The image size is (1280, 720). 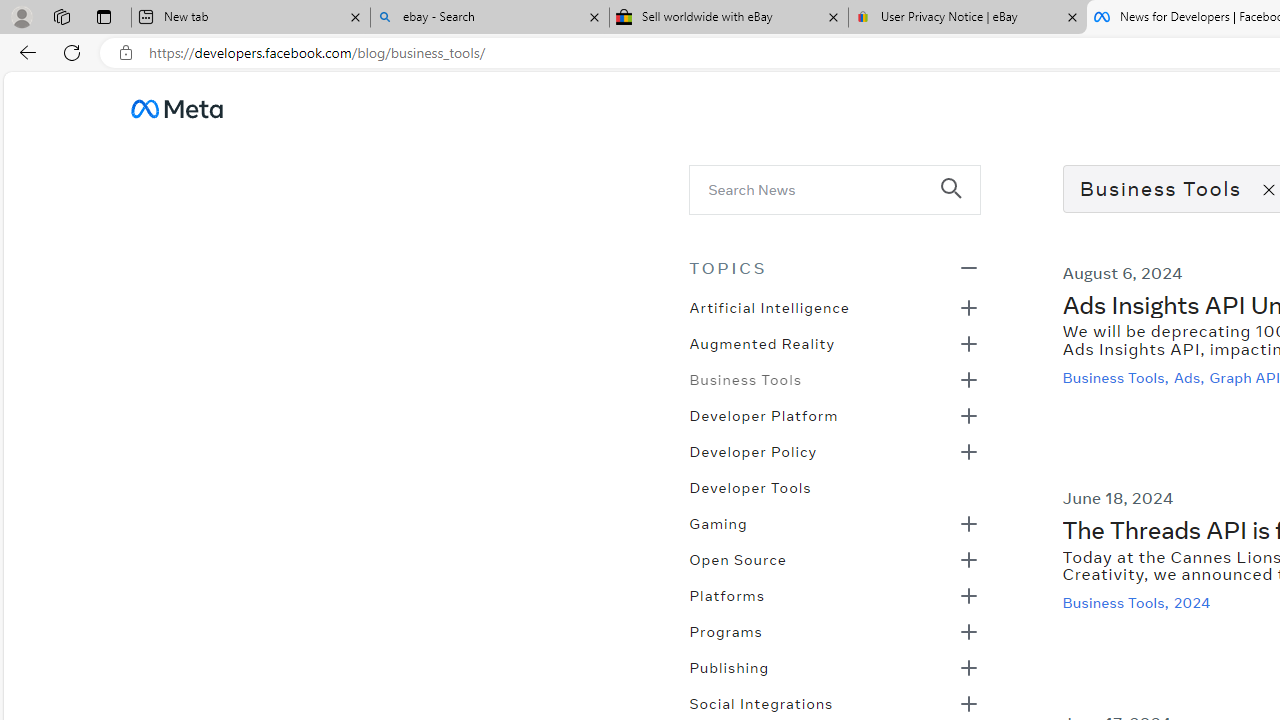 I want to click on 'Open Source', so click(x=736, y=558).